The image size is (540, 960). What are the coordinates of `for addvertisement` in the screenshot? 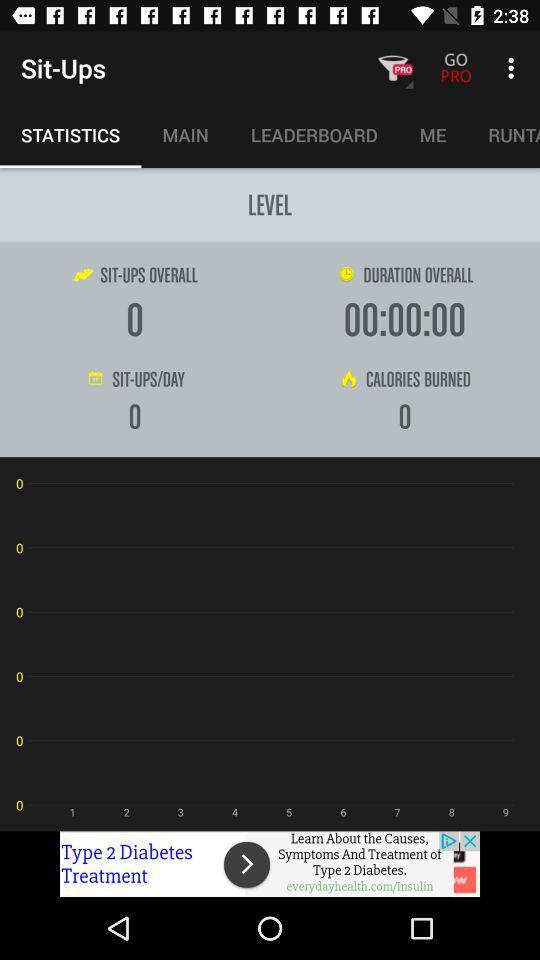 It's located at (270, 863).